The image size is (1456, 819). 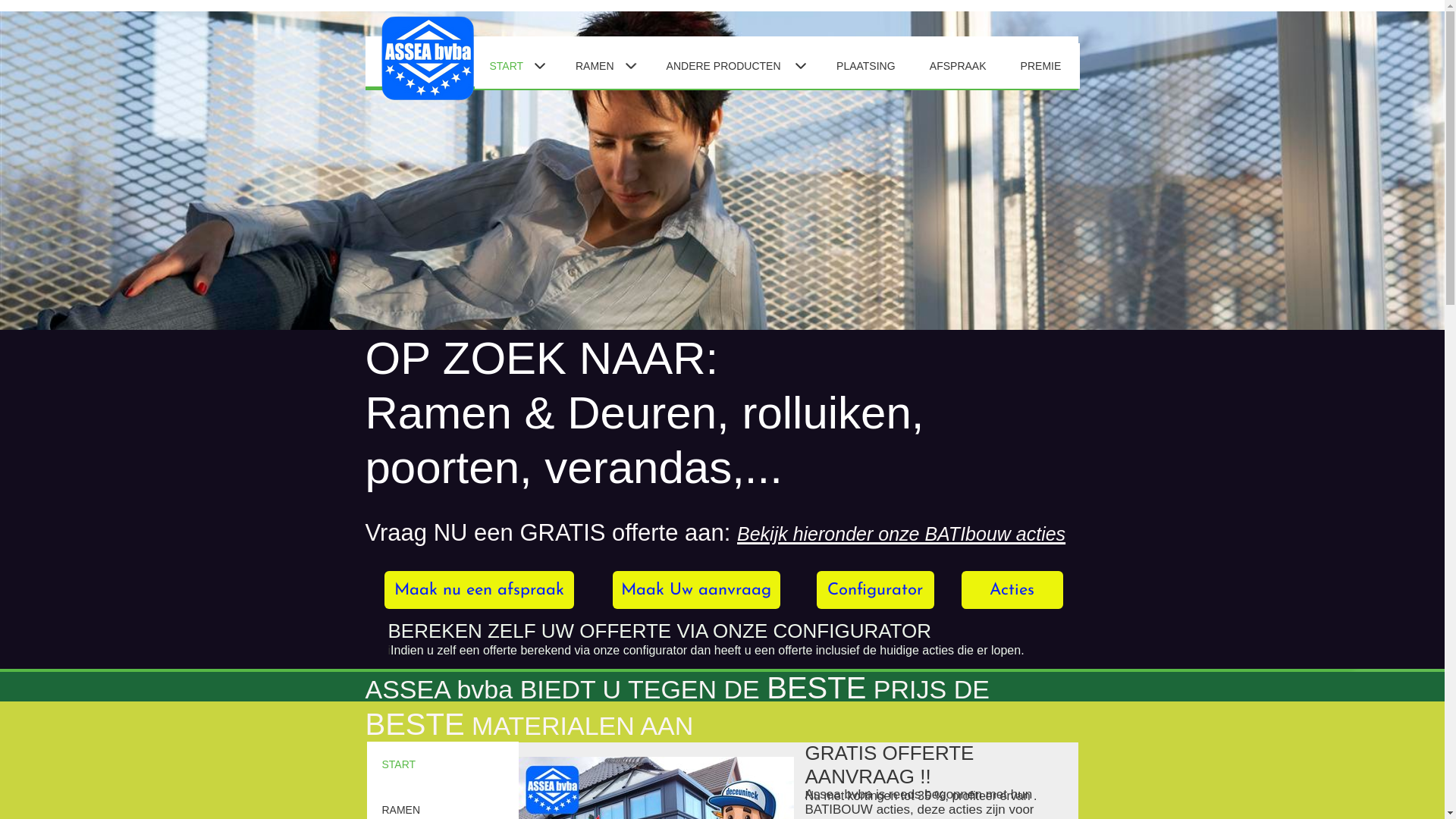 What do you see at coordinates (477, 589) in the screenshot?
I see `'Maak nu een afspraak'` at bounding box center [477, 589].